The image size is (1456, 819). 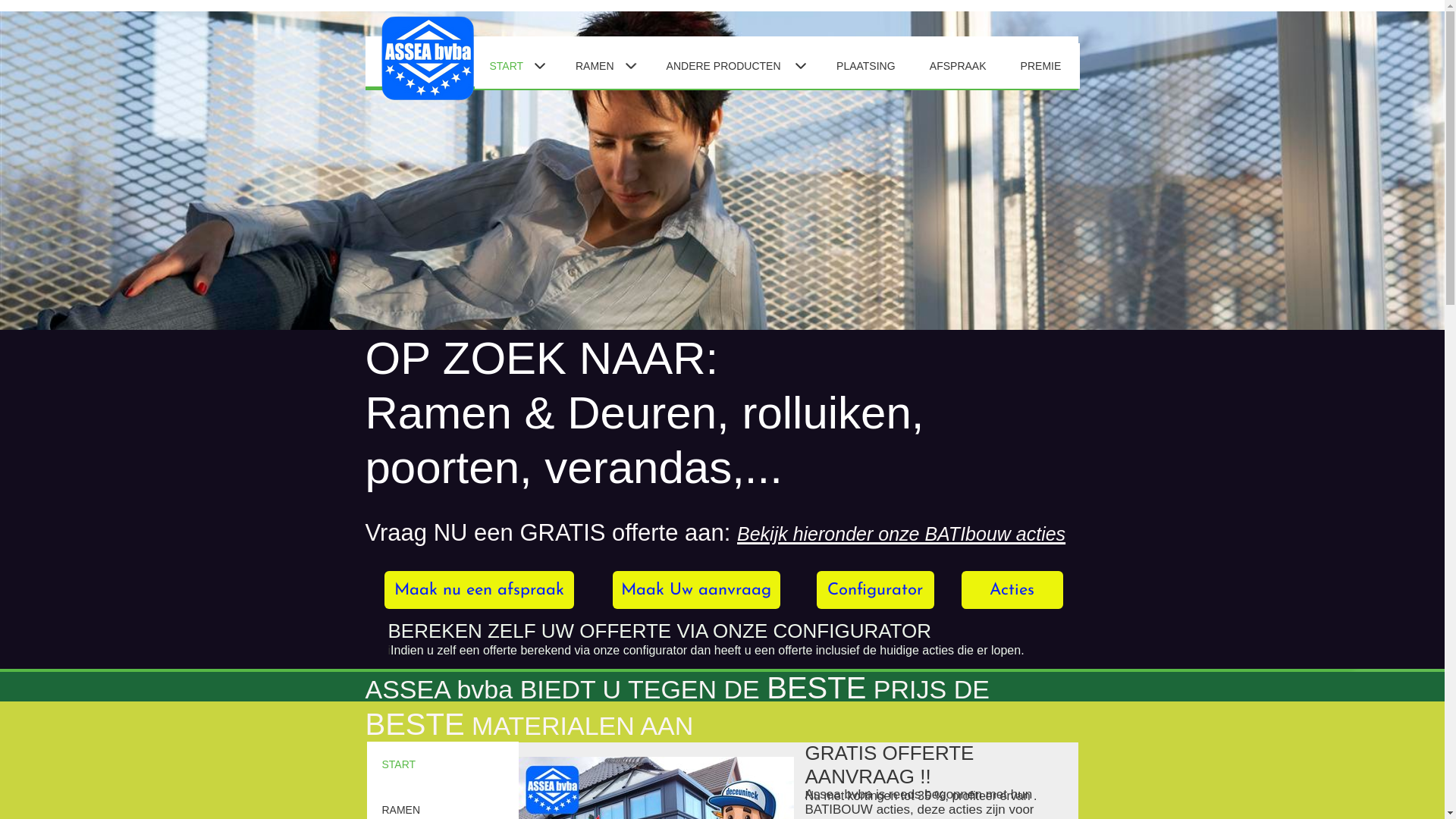 What do you see at coordinates (477, 589) in the screenshot?
I see `'Maak nu een afspraak'` at bounding box center [477, 589].